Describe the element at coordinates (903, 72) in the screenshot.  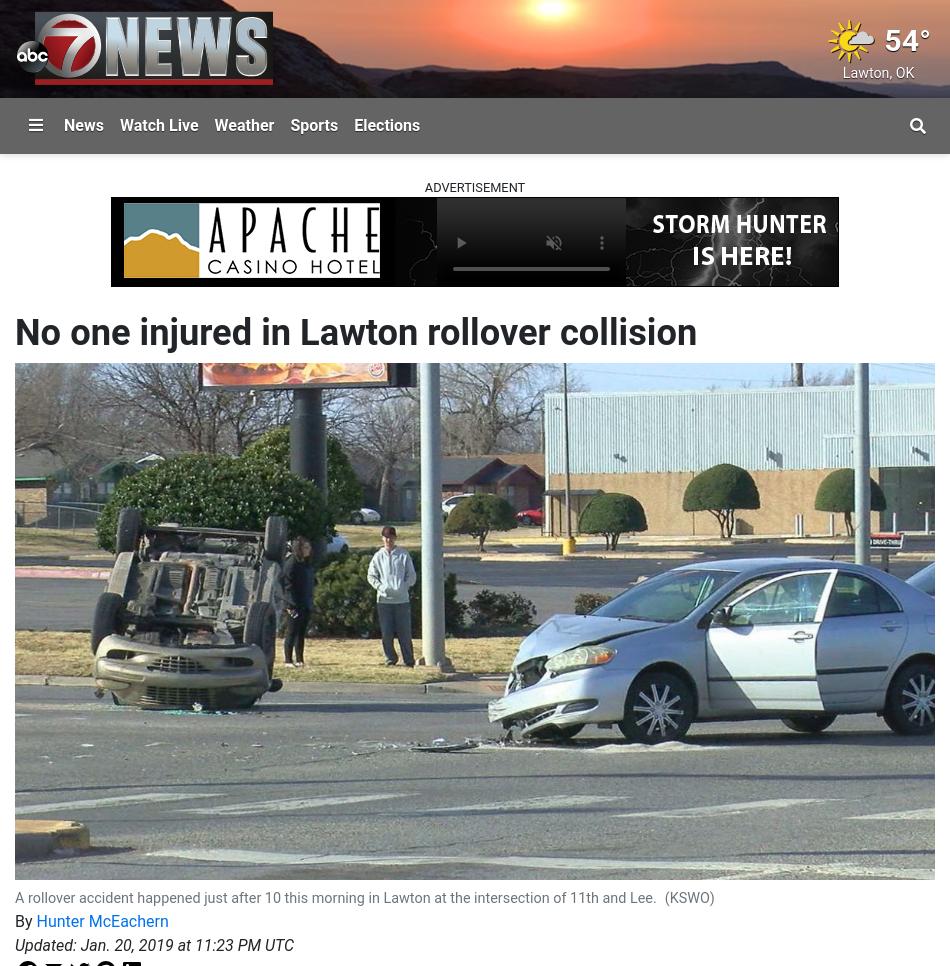
I see `'OK'` at that location.